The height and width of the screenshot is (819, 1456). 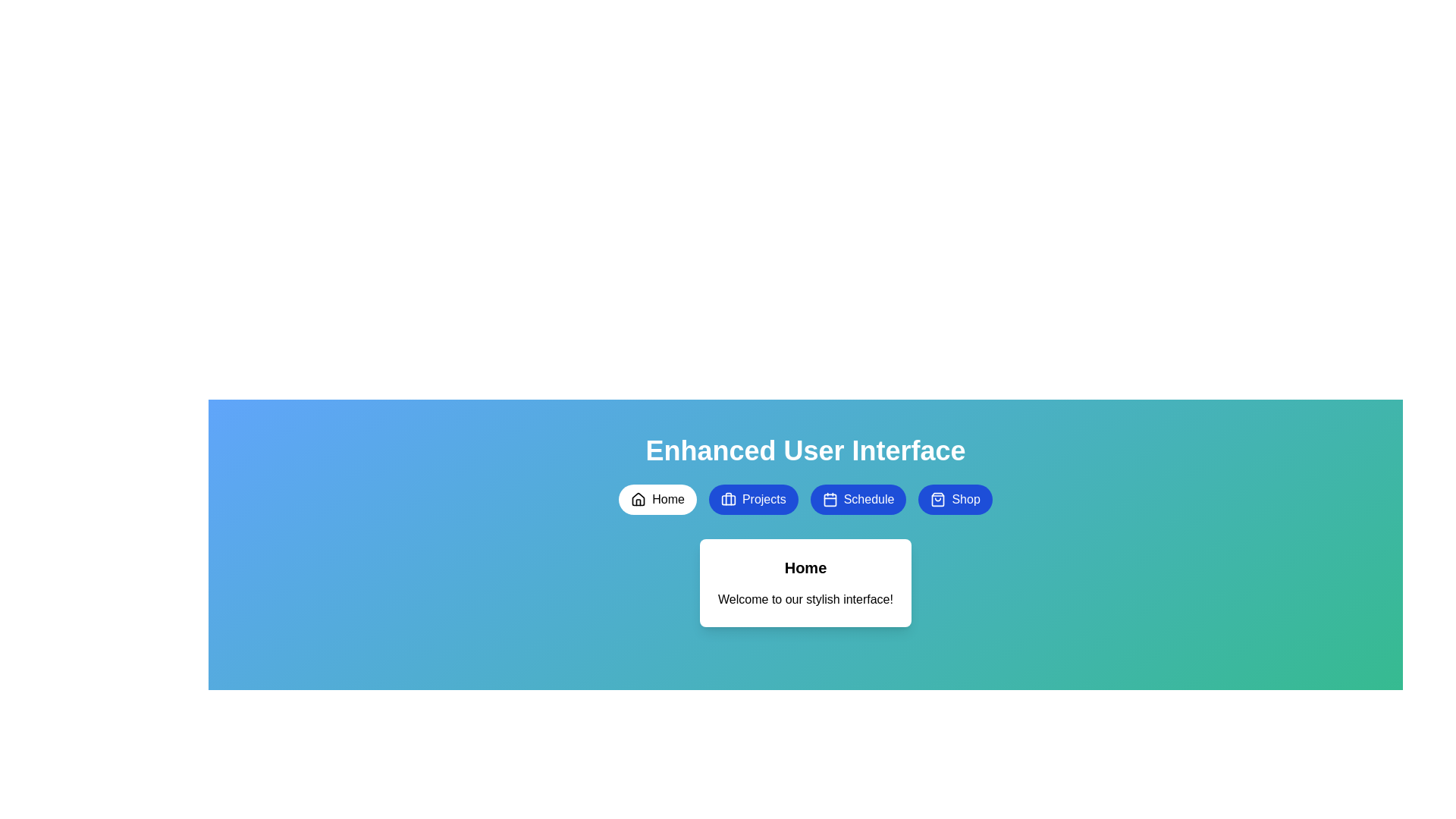 I want to click on the Schedule button to switch to the corresponding tab, so click(x=858, y=500).